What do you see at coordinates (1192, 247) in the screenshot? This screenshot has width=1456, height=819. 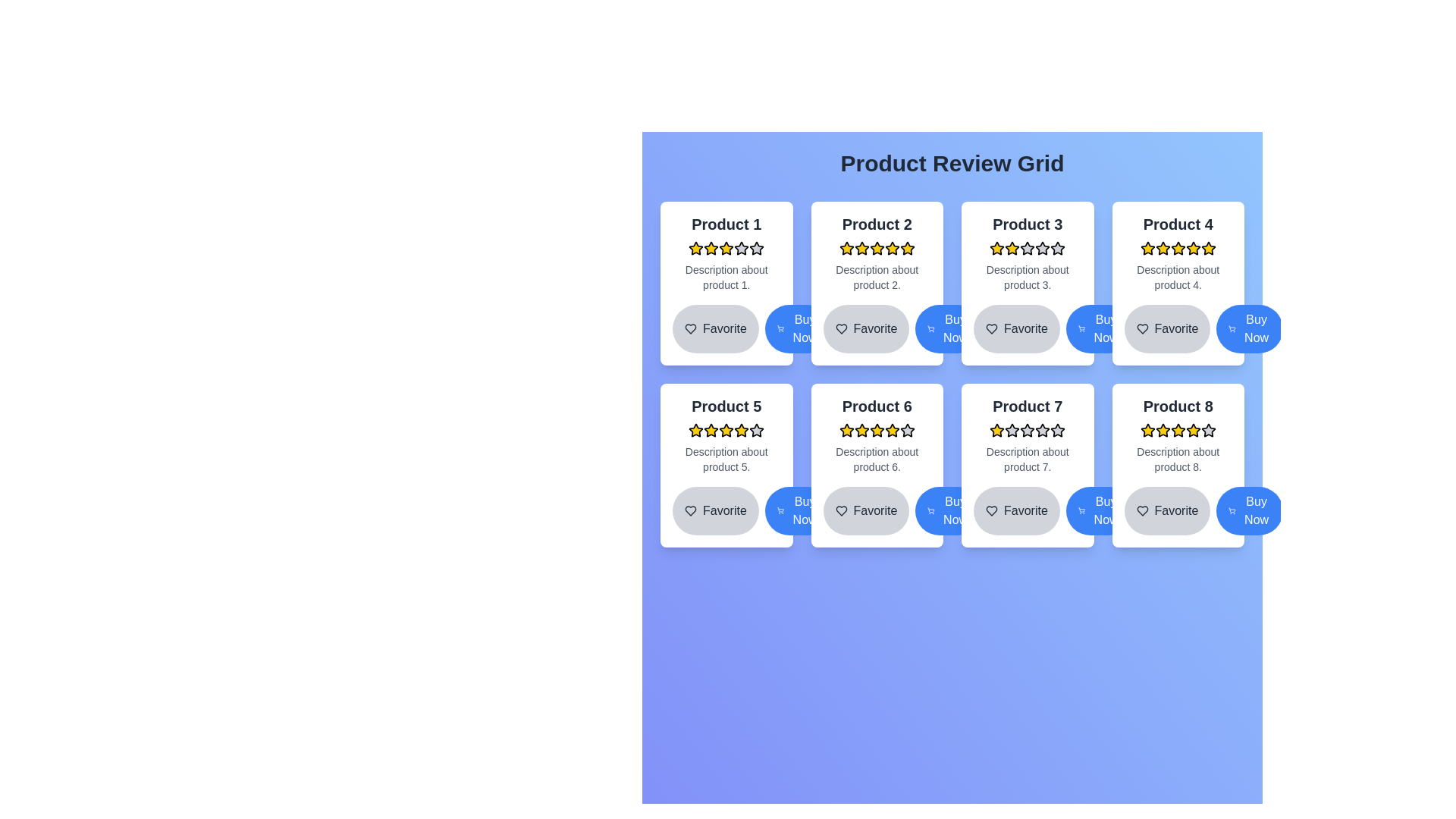 I see `the fifth star in the five-star rating system within the 'Product 4' card in the 'Product Review Grid'` at bounding box center [1192, 247].